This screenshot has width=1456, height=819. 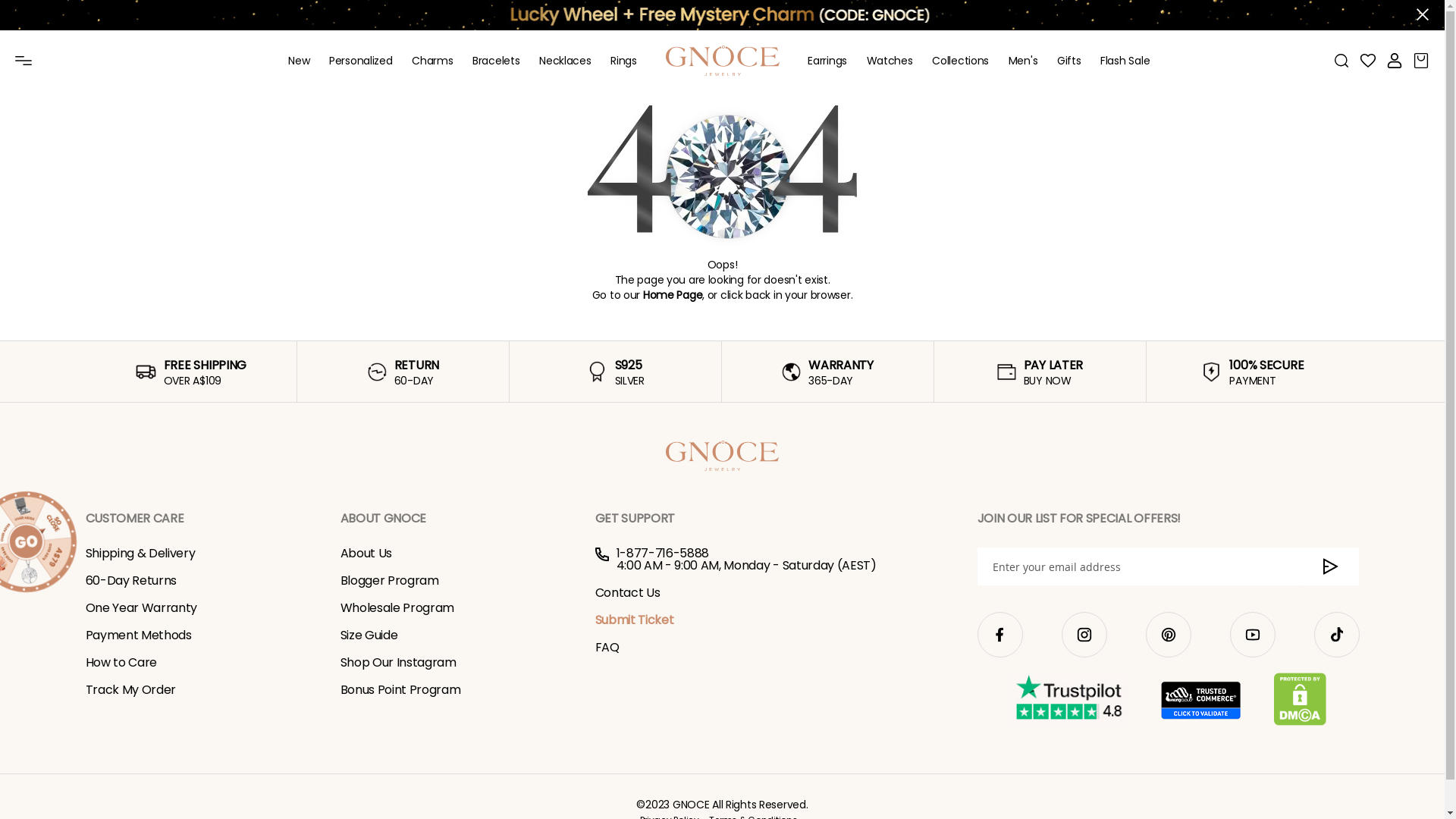 What do you see at coordinates (365, 553) in the screenshot?
I see `'About Us'` at bounding box center [365, 553].